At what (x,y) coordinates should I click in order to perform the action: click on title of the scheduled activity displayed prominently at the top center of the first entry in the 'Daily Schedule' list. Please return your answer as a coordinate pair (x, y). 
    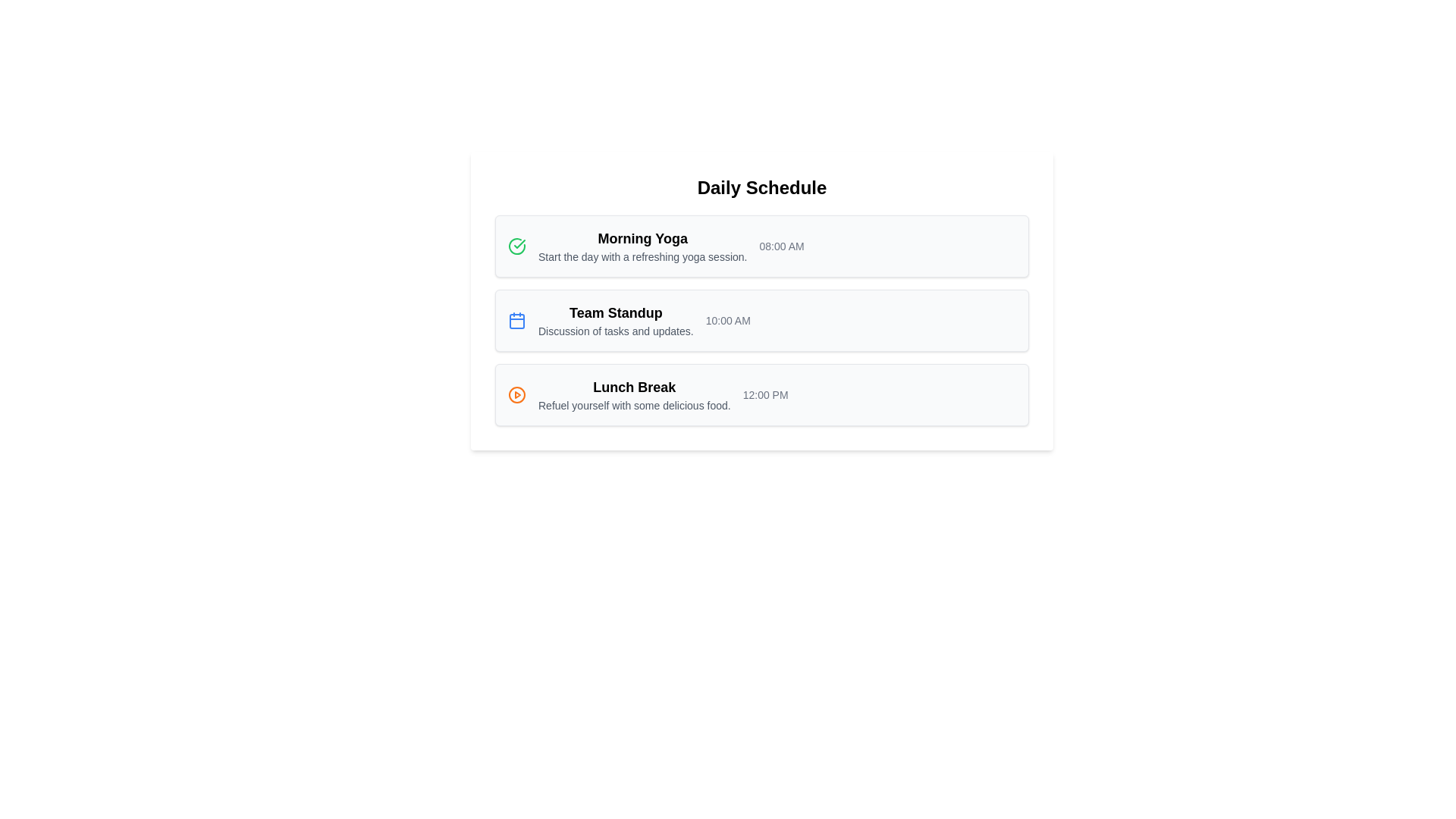
    Looking at the image, I should click on (642, 239).